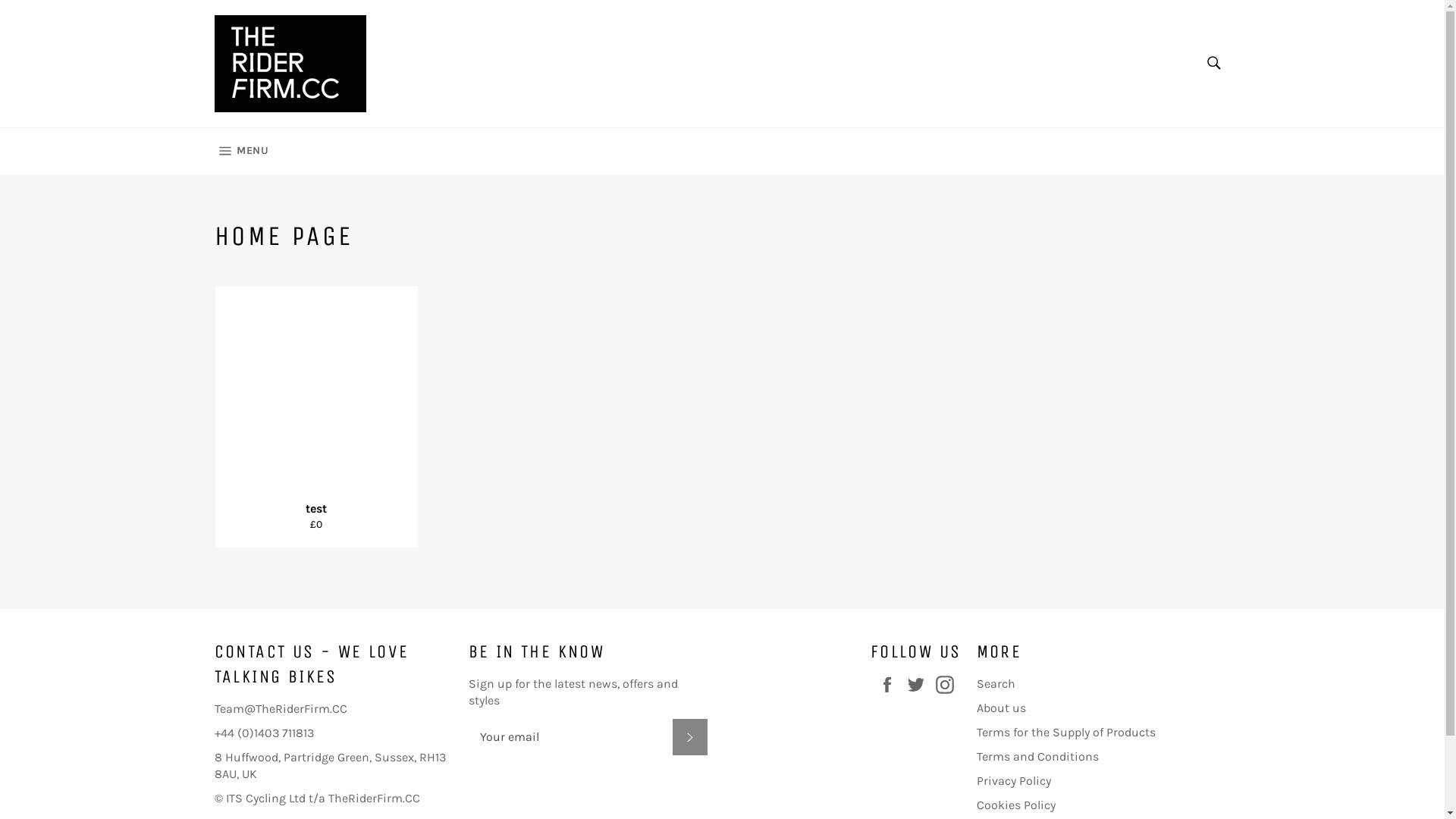 Image resolution: width=1456 pixels, height=819 pixels. I want to click on 'Twitter', so click(919, 684).